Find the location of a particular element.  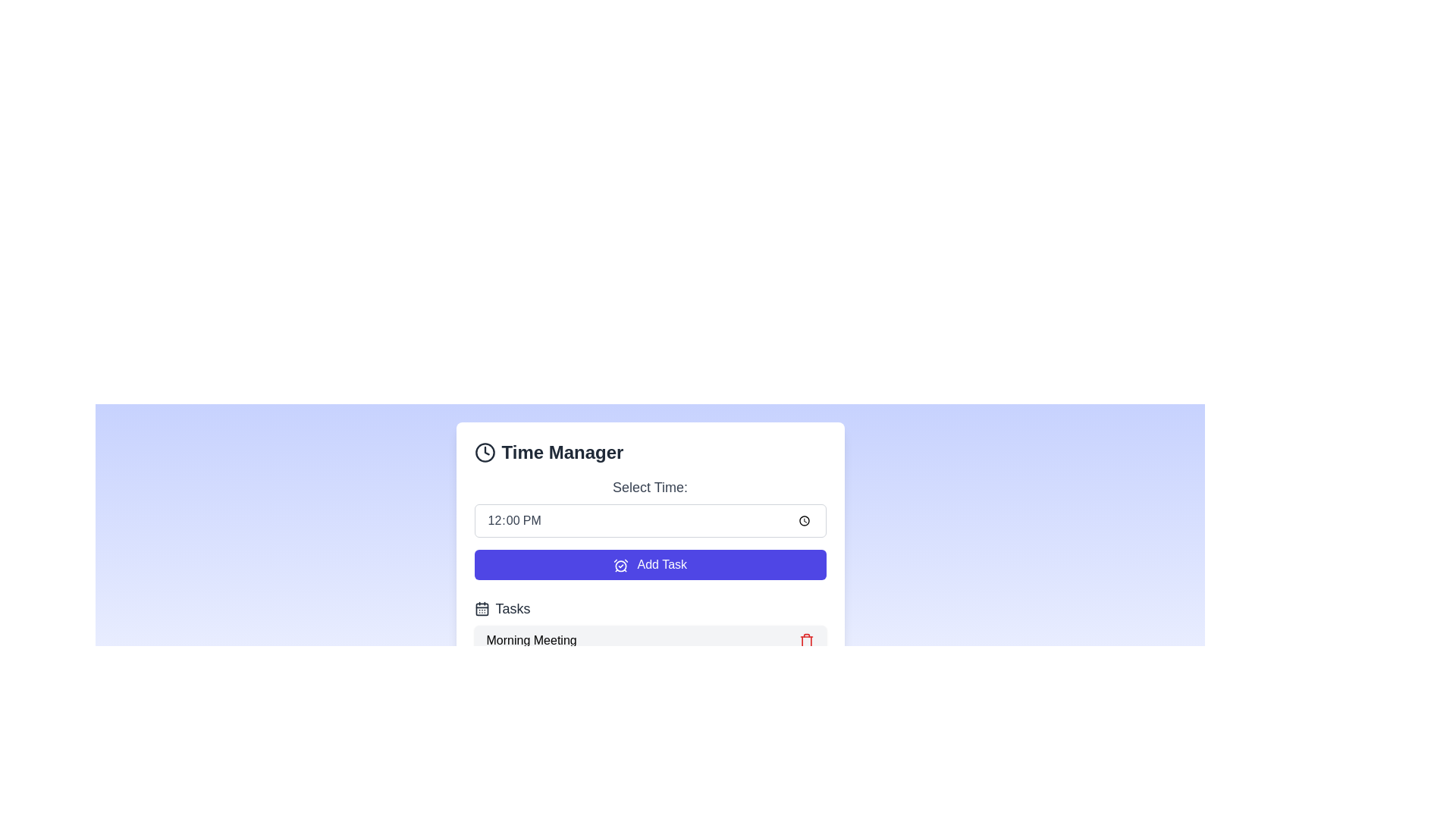

the 'Select Time:' text label, which is a bold, gray-colored label located above a time input field in the 'Time Manager' section of the application is located at coordinates (650, 488).